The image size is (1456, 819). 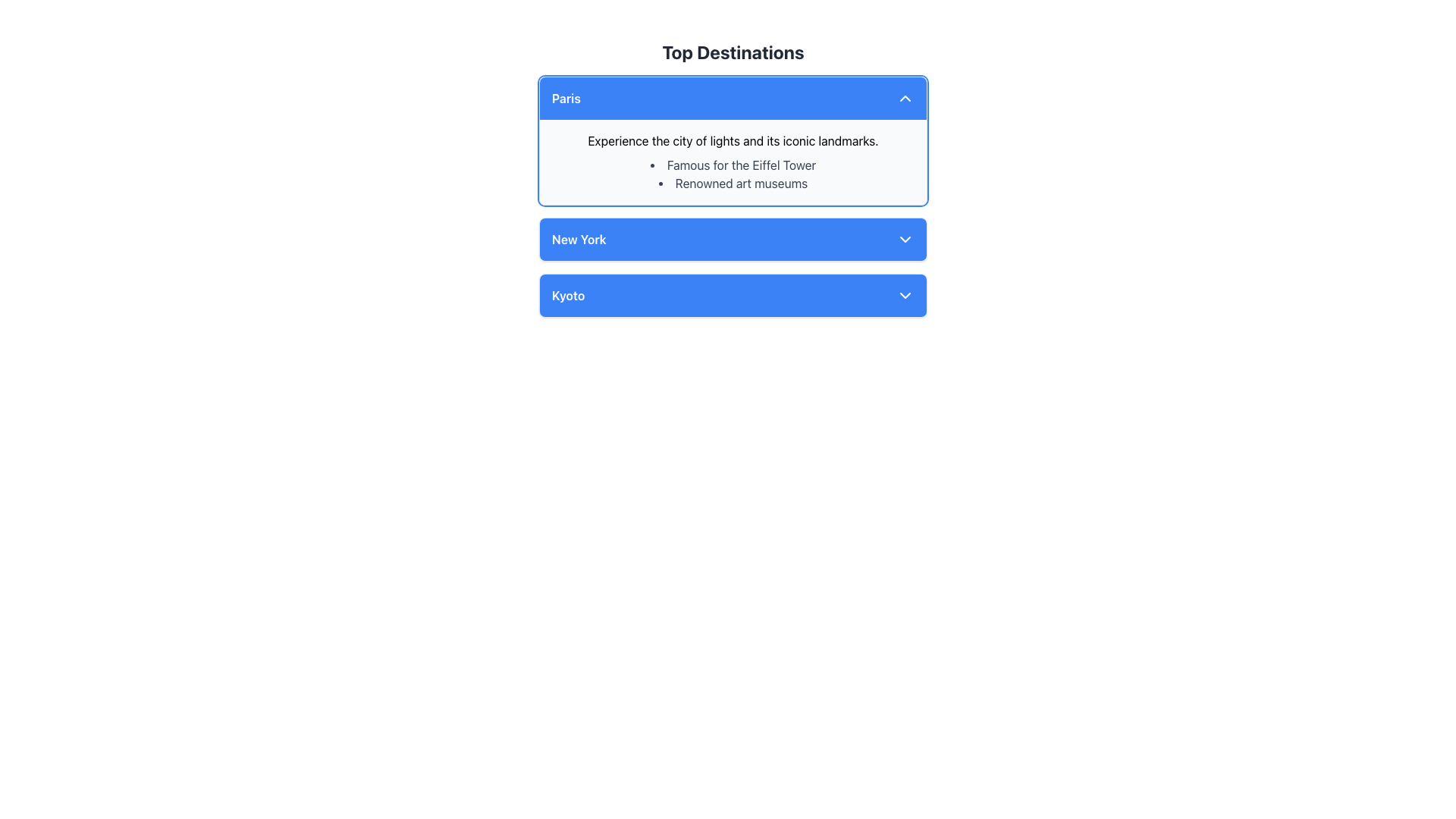 I want to click on the small chevron-up arrow icon with a blue background and white stroke located in the top-right corner of the 'Paris' section header, so click(x=905, y=99).